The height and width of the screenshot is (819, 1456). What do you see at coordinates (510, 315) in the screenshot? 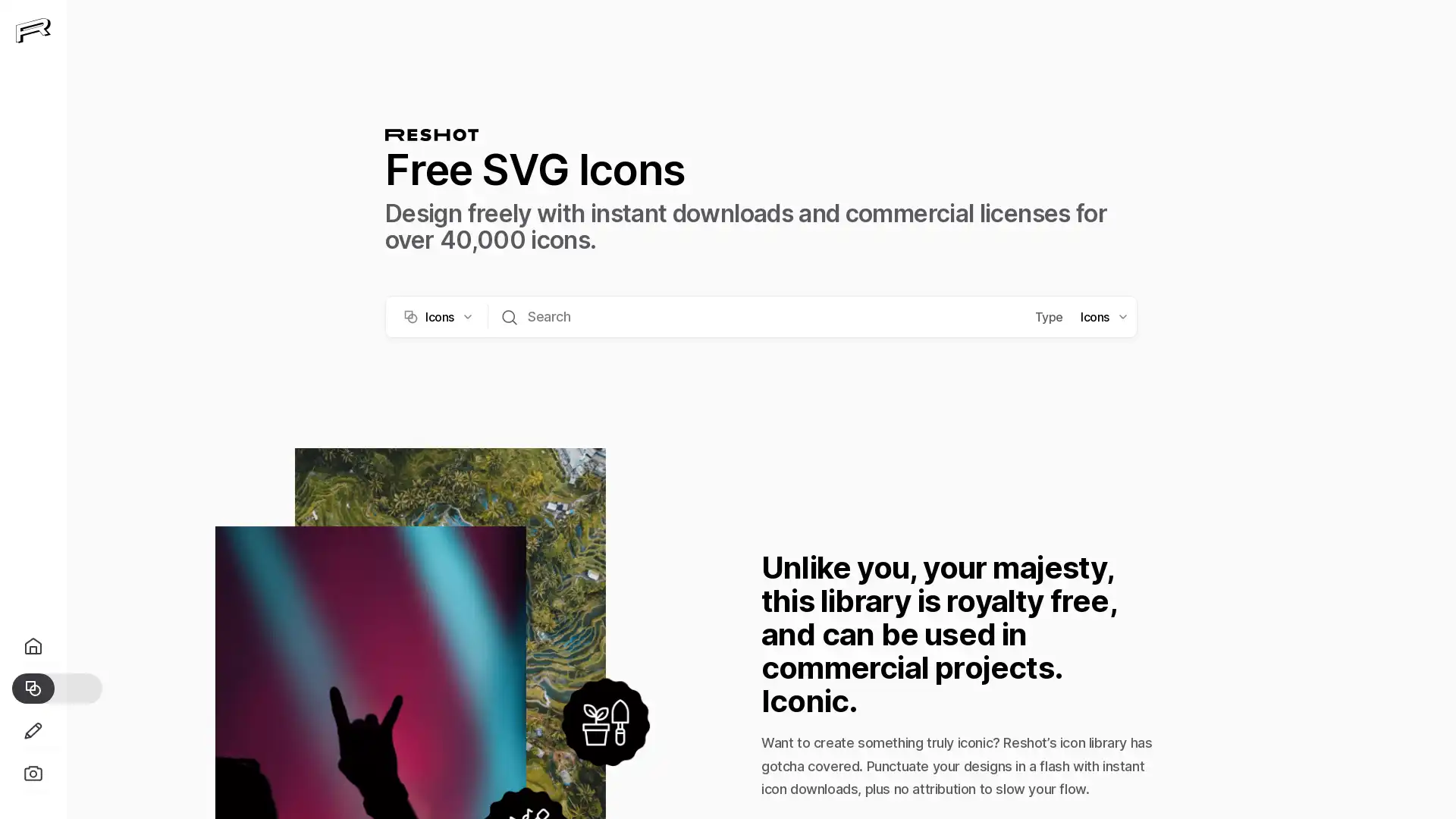
I see `Search` at bounding box center [510, 315].